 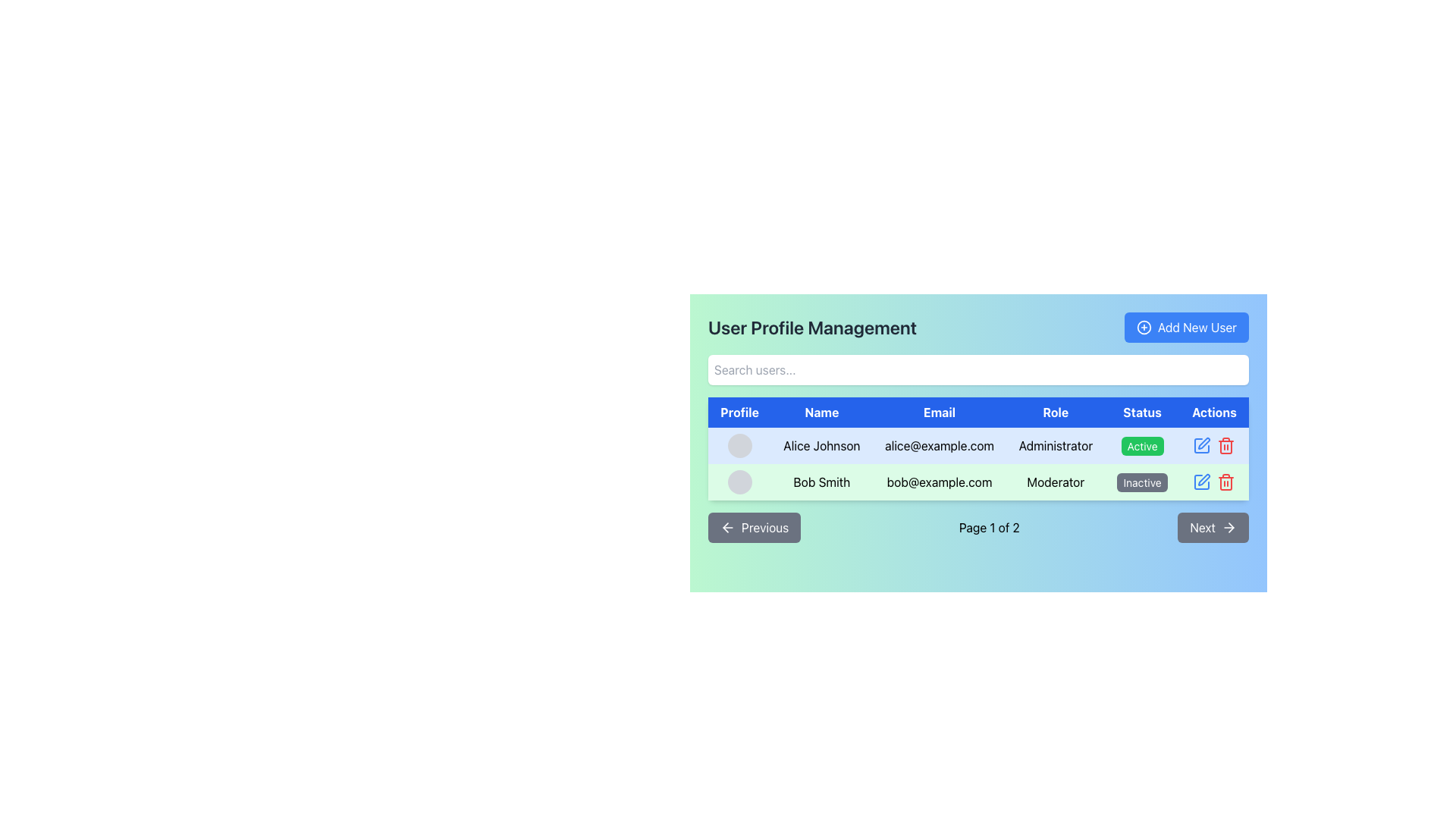 What do you see at coordinates (1214, 482) in the screenshot?
I see `the blue edit icon in the 'Actions' section of the second row corresponding to 'Bob Smith'` at bounding box center [1214, 482].